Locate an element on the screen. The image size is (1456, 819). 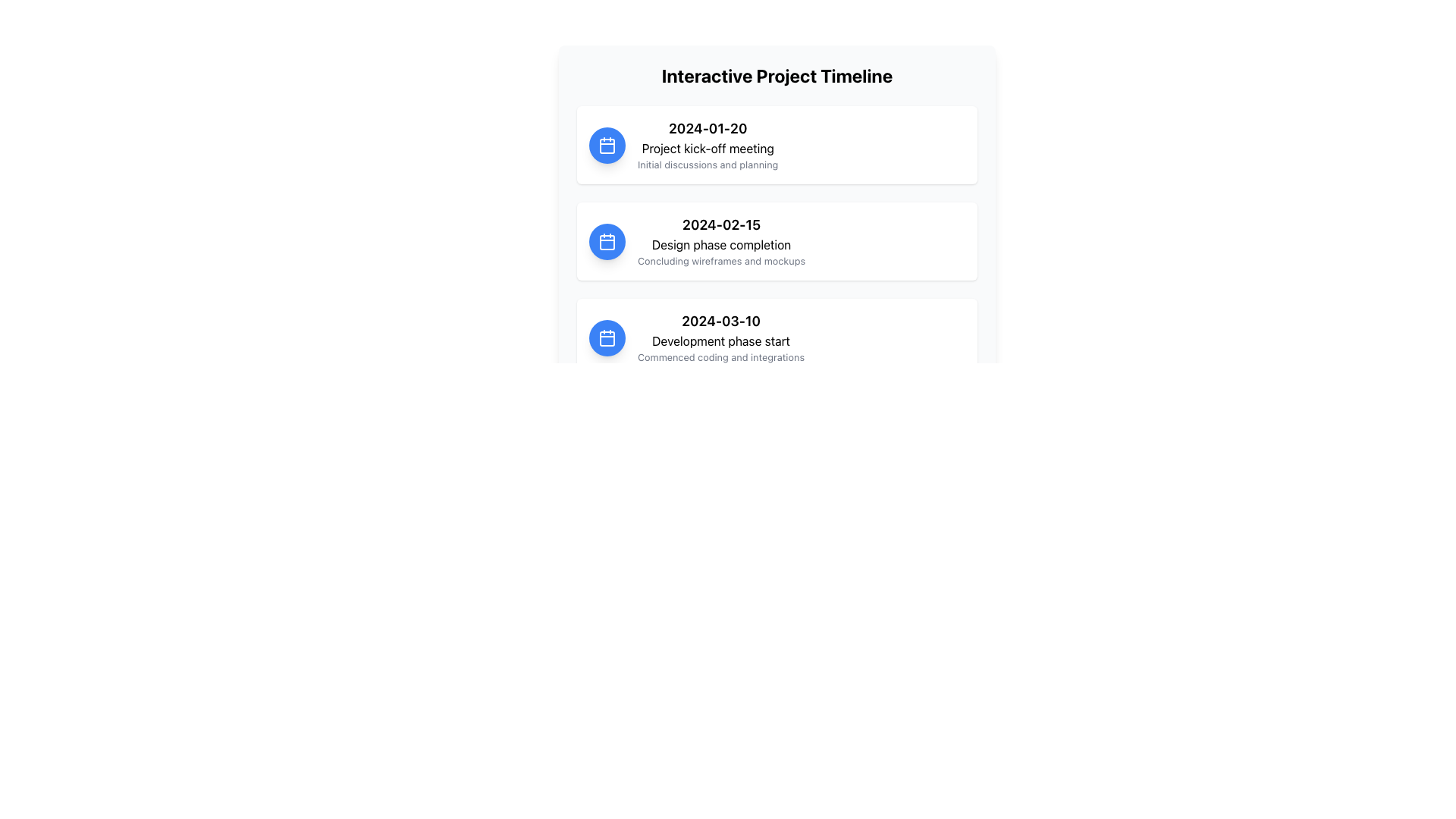
the background rectangle of the calendar icon, which is a rounded rectangle with a light fill color located to the left of the 'Development phase start' event entry is located at coordinates (607, 337).